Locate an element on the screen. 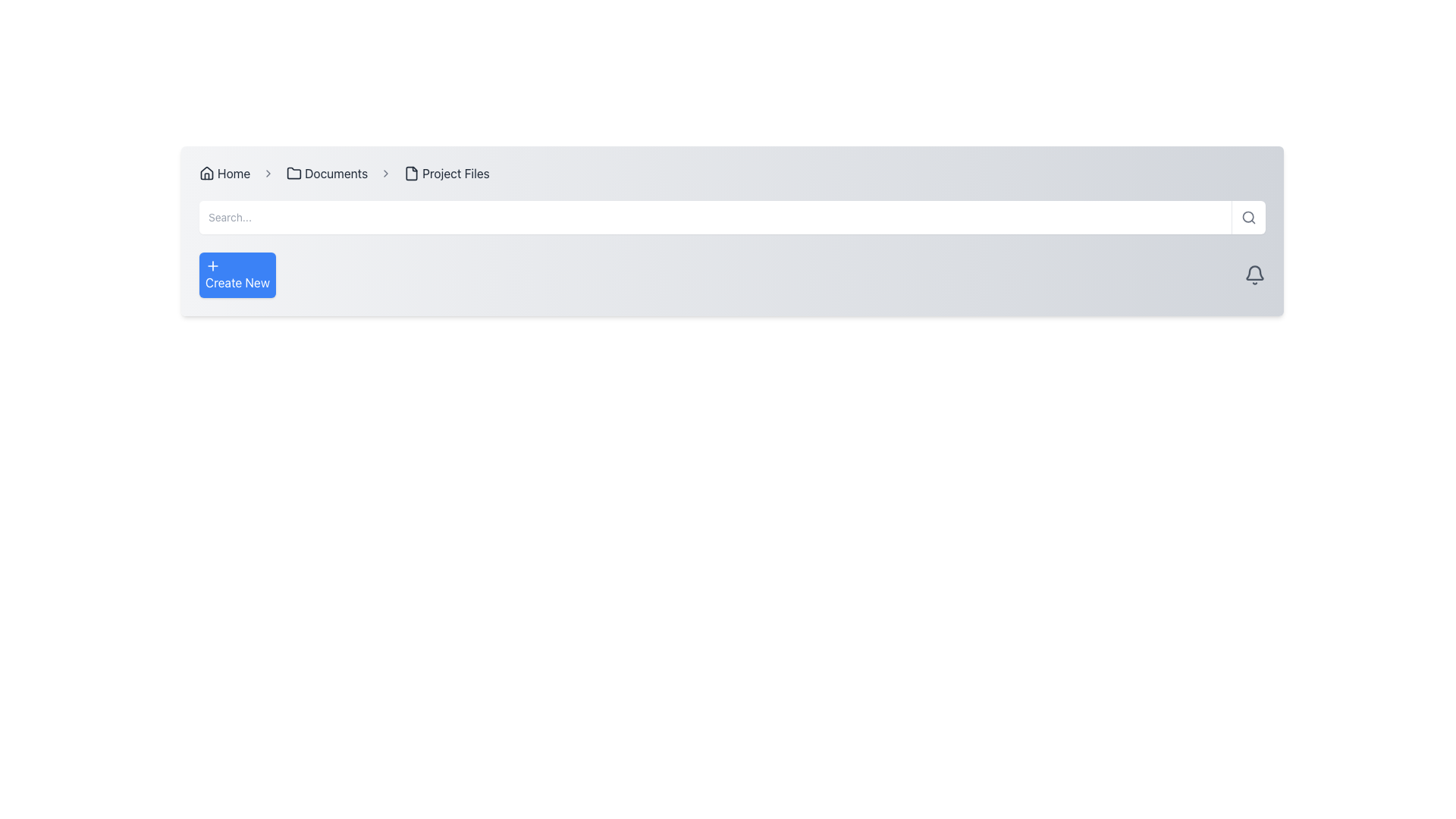 The image size is (1456, 819). the Chevron icon used in breadcrumb navigation, which visually separates the 'Documents' section from the 'Project Files' section is located at coordinates (386, 172).